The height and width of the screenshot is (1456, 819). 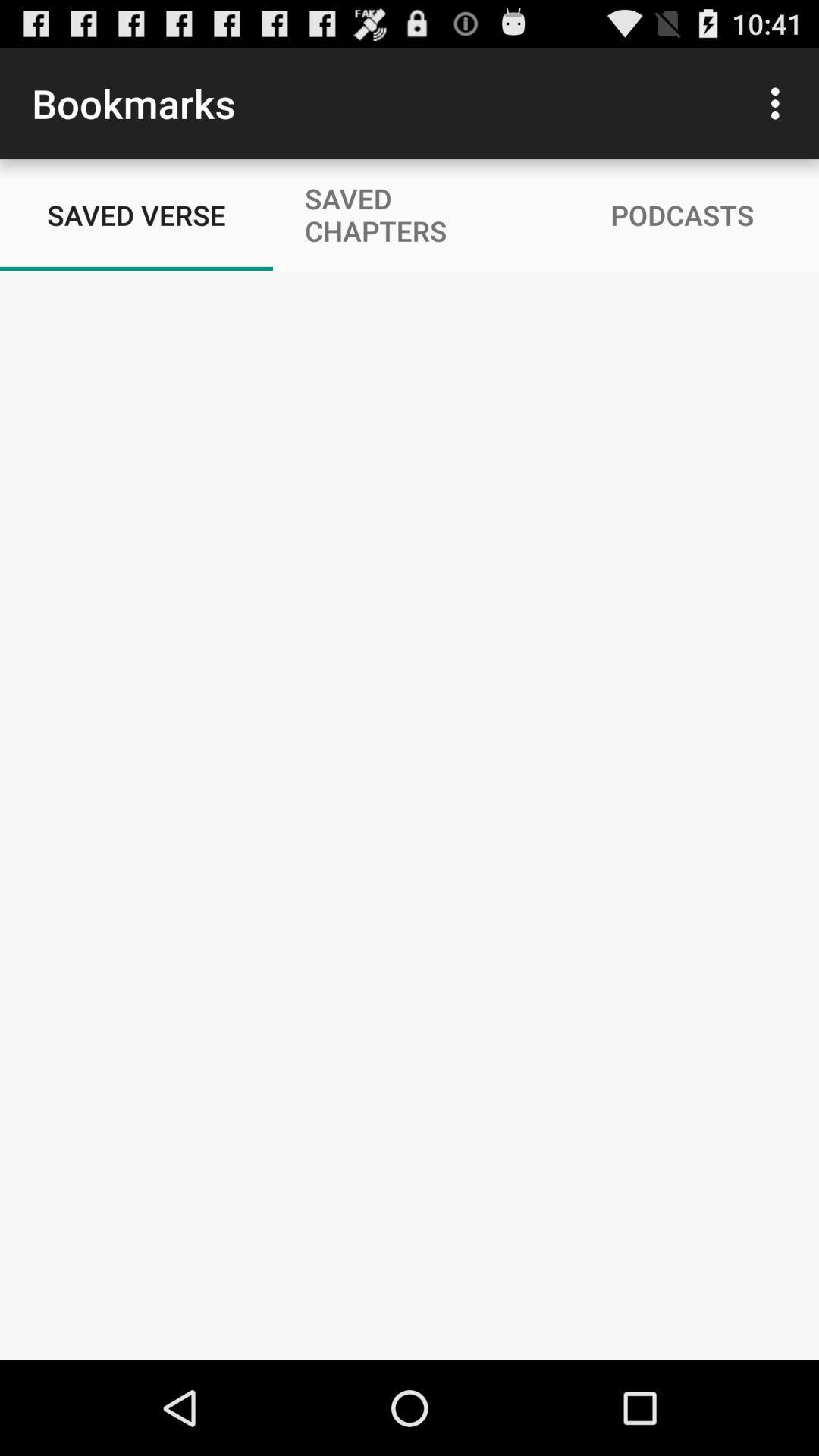 I want to click on icon at the bottom, so click(x=409, y=1310).